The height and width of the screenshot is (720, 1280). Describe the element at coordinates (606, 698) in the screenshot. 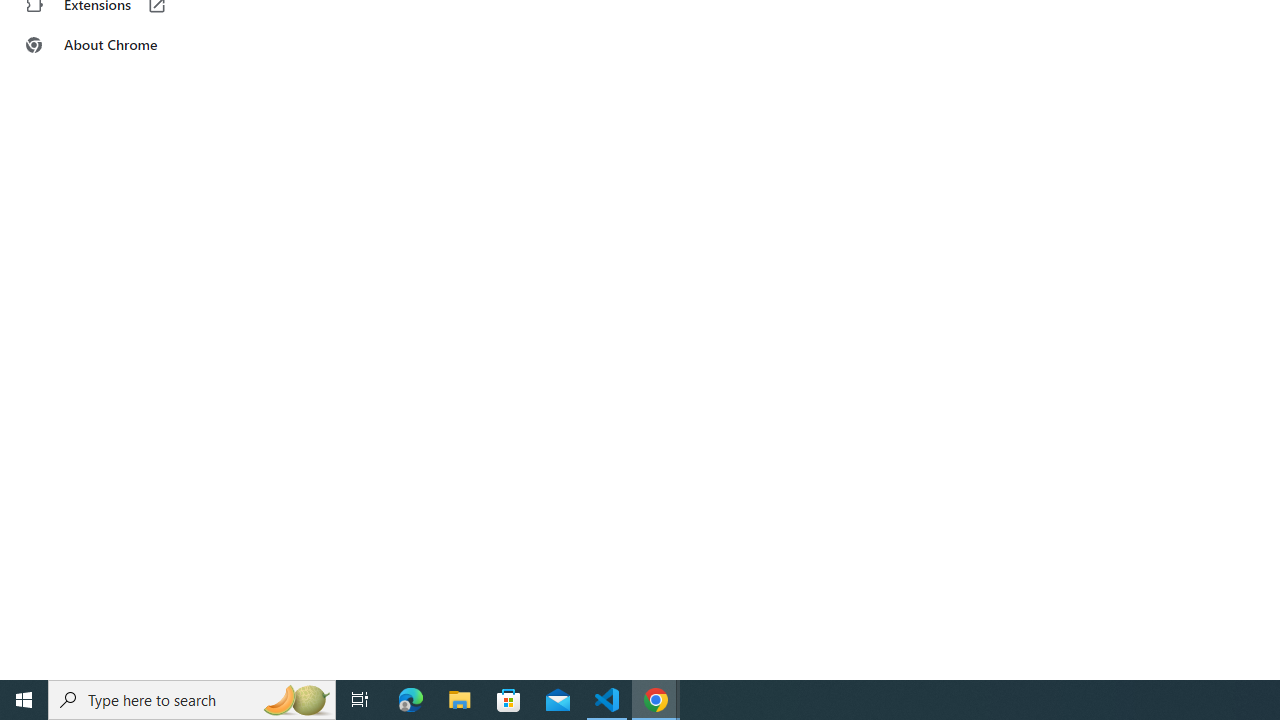

I see `'Visual Studio Code - 1 running window'` at that location.